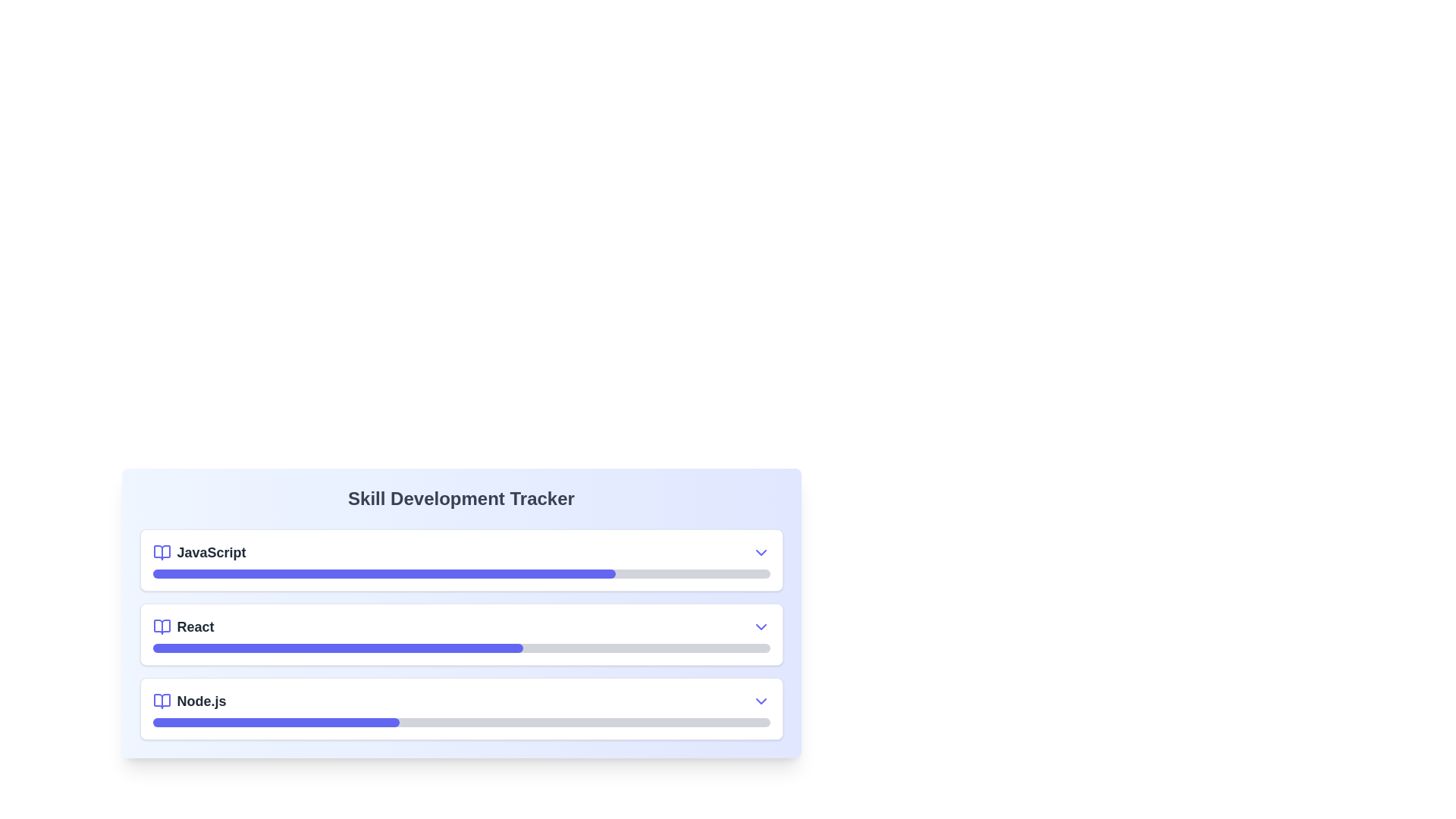 The width and height of the screenshot is (1456, 819). What do you see at coordinates (337, 648) in the screenshot?
I see `the filled portion of the progress bar located in the 'React' section of the skill tracker to interact with it` at bounding box center [337, 648].